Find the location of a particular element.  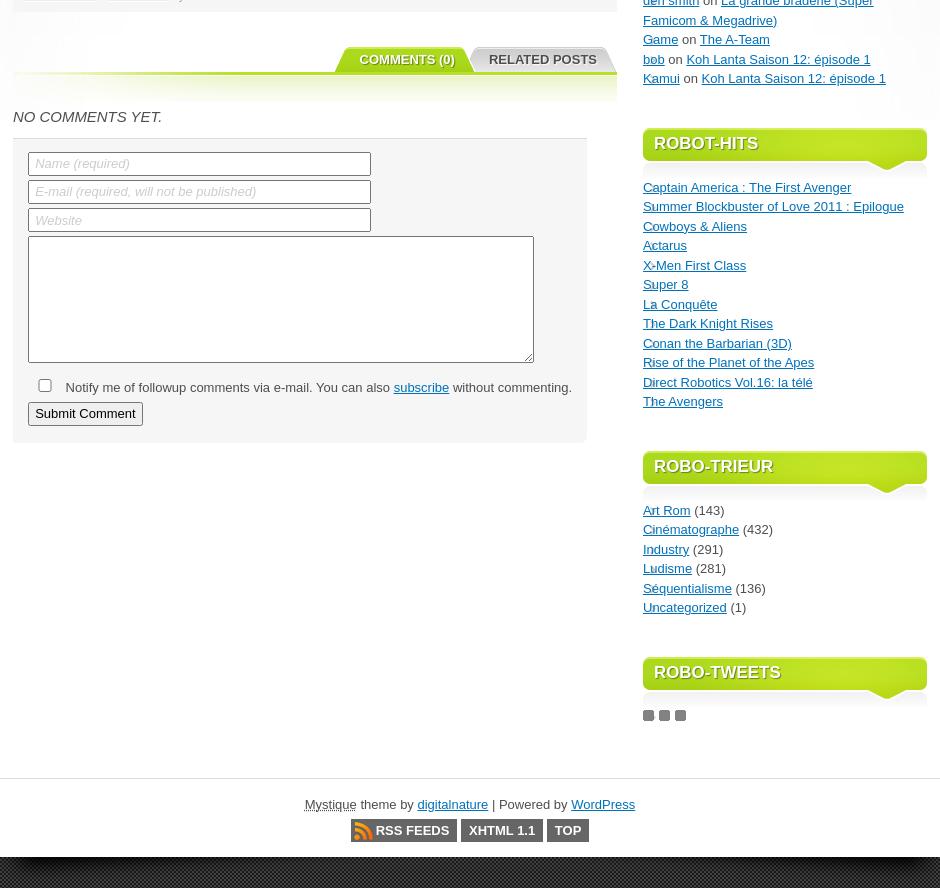

'| Powered by' is located at coordinates (528, 804).